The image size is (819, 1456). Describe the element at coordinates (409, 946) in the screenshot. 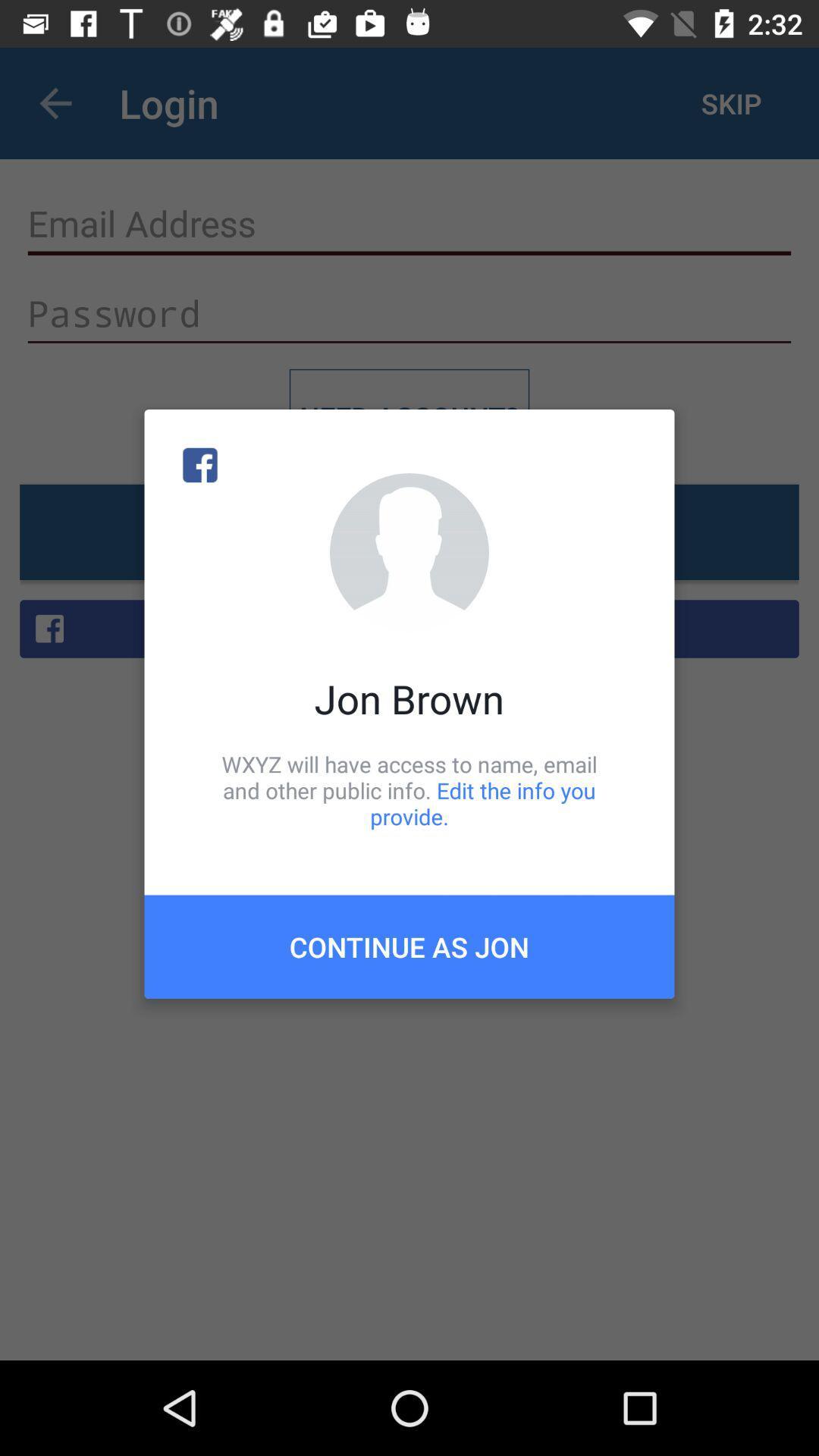

I see `the continue as jon item` at that location.